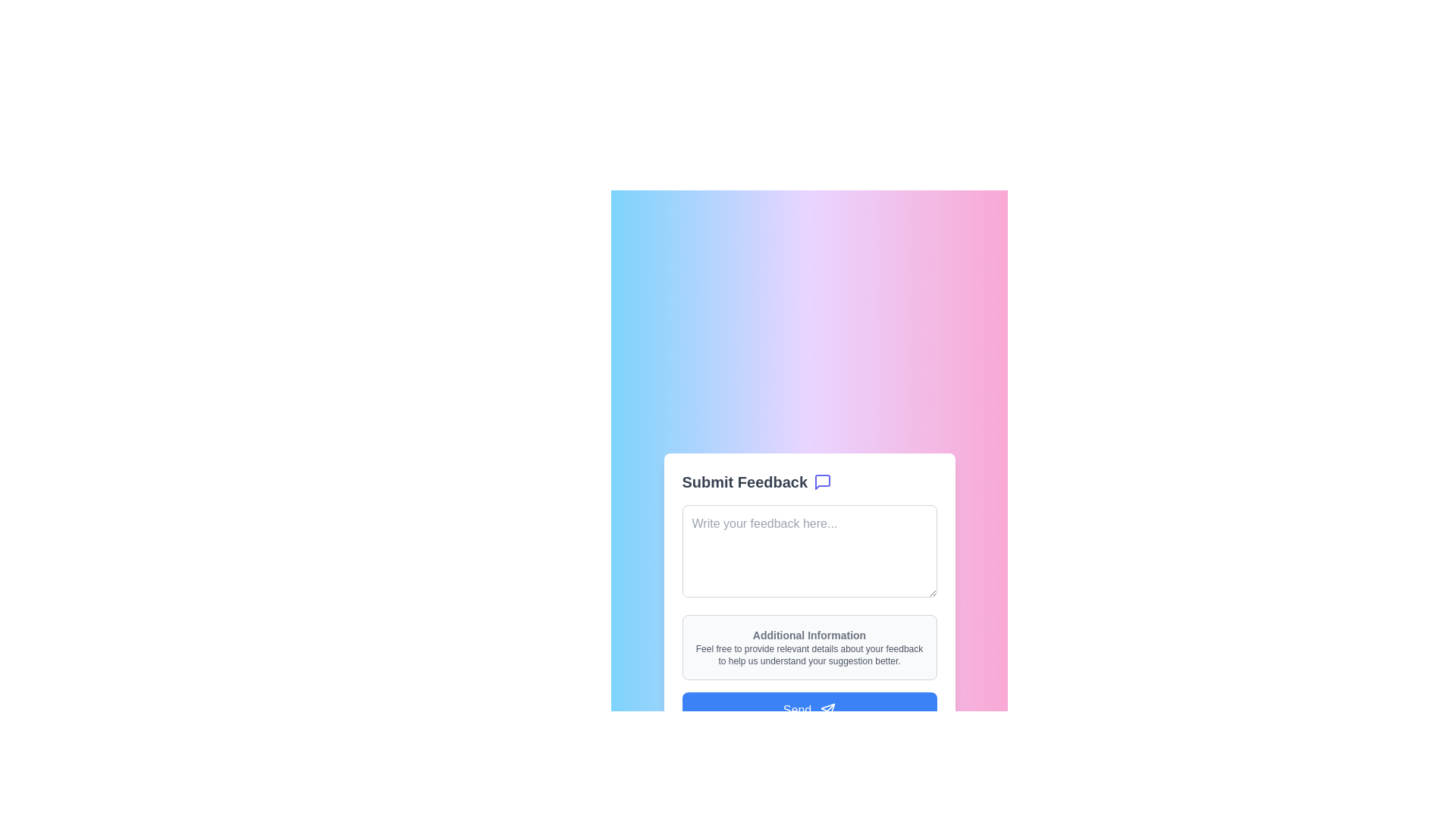 The image size is (1456, 819). I want to click on the paper plane icon within the blue 'Send' button at the bottom of the feedback submission form, so click(827, 710).